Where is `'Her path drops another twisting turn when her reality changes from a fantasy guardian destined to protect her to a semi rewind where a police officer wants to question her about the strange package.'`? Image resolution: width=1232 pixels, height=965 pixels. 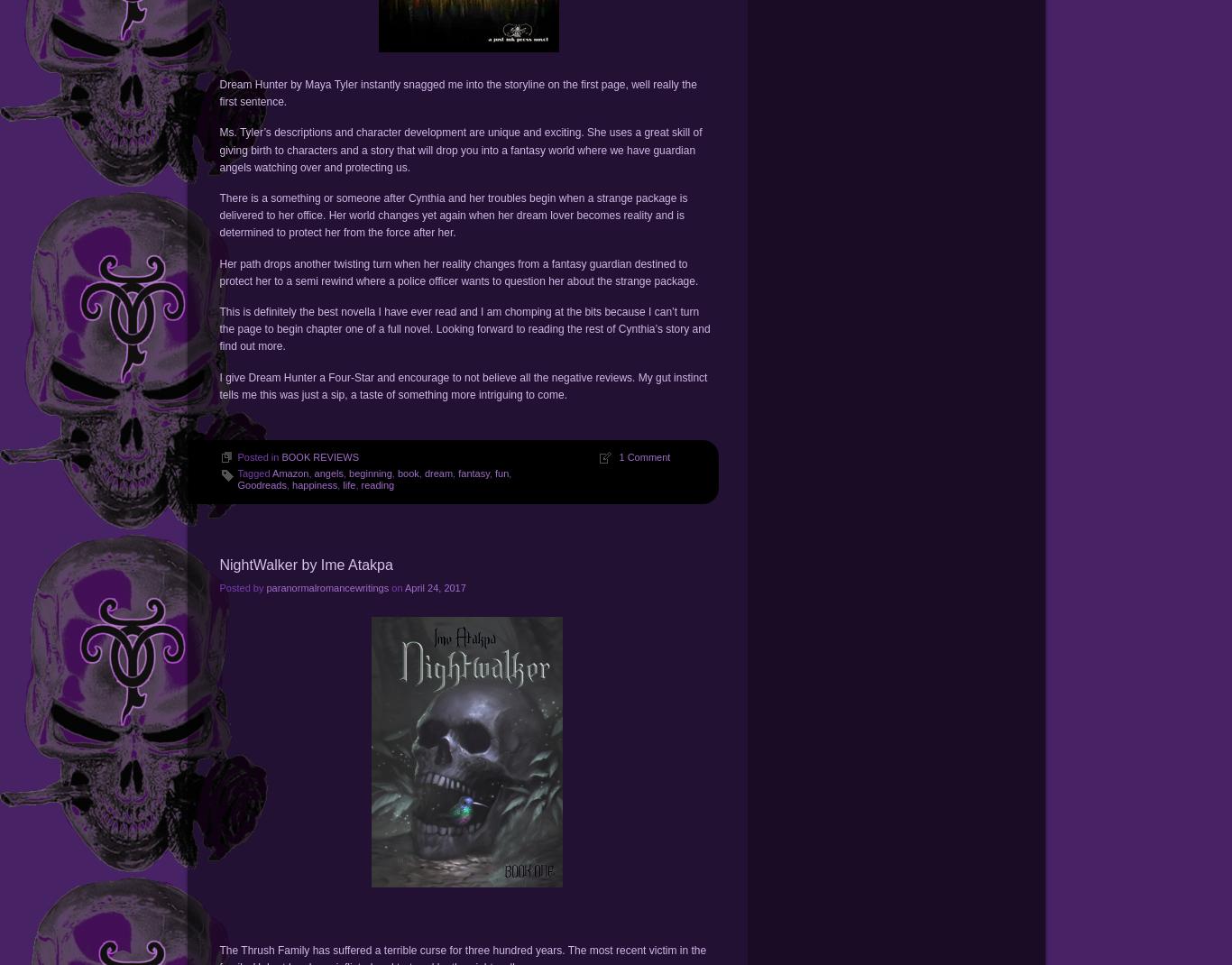
'Her path drops another twisting turn when her reality changes from a fantasy guardian destined to protect her to a semi rewind where a police officer wants to question her about the strange package.' is located at coordinates (458, 271).